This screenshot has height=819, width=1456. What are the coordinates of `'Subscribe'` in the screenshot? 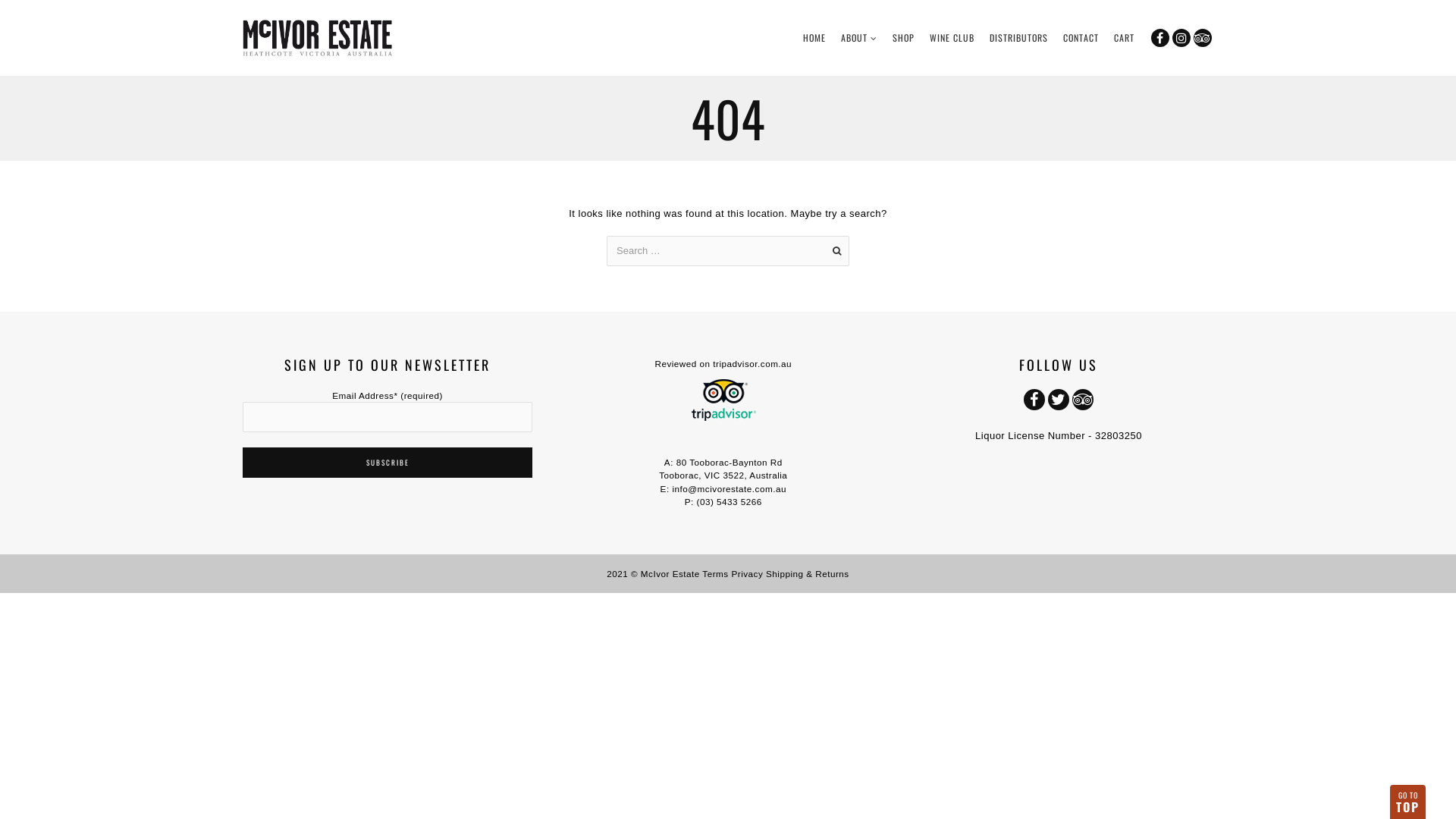 It's located at (387, 461).